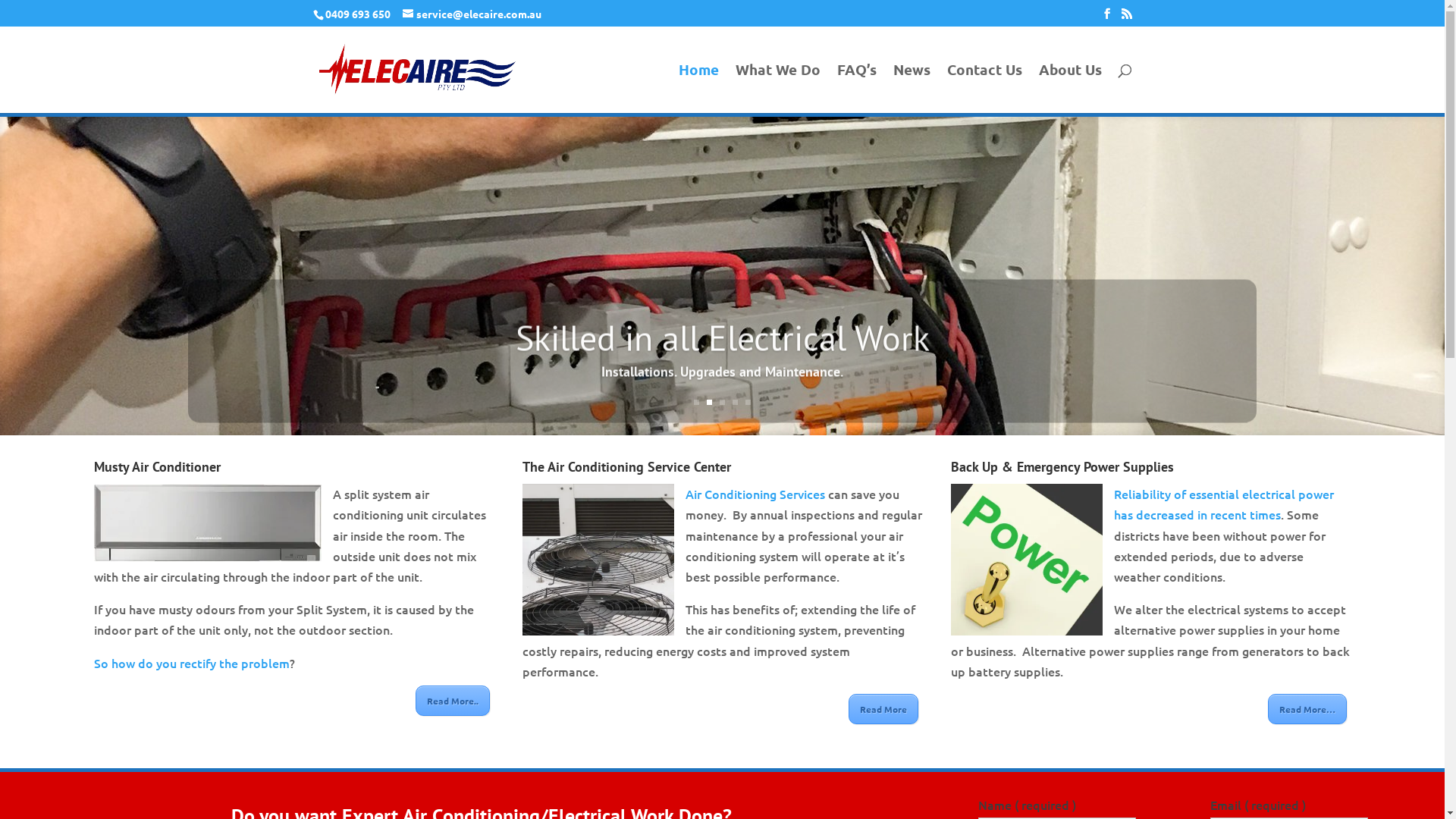  What do you see at coordinates (470, 12) in the screenshot?
I see `'service@elecaire.com.au'` at bounding box center [470, 12].